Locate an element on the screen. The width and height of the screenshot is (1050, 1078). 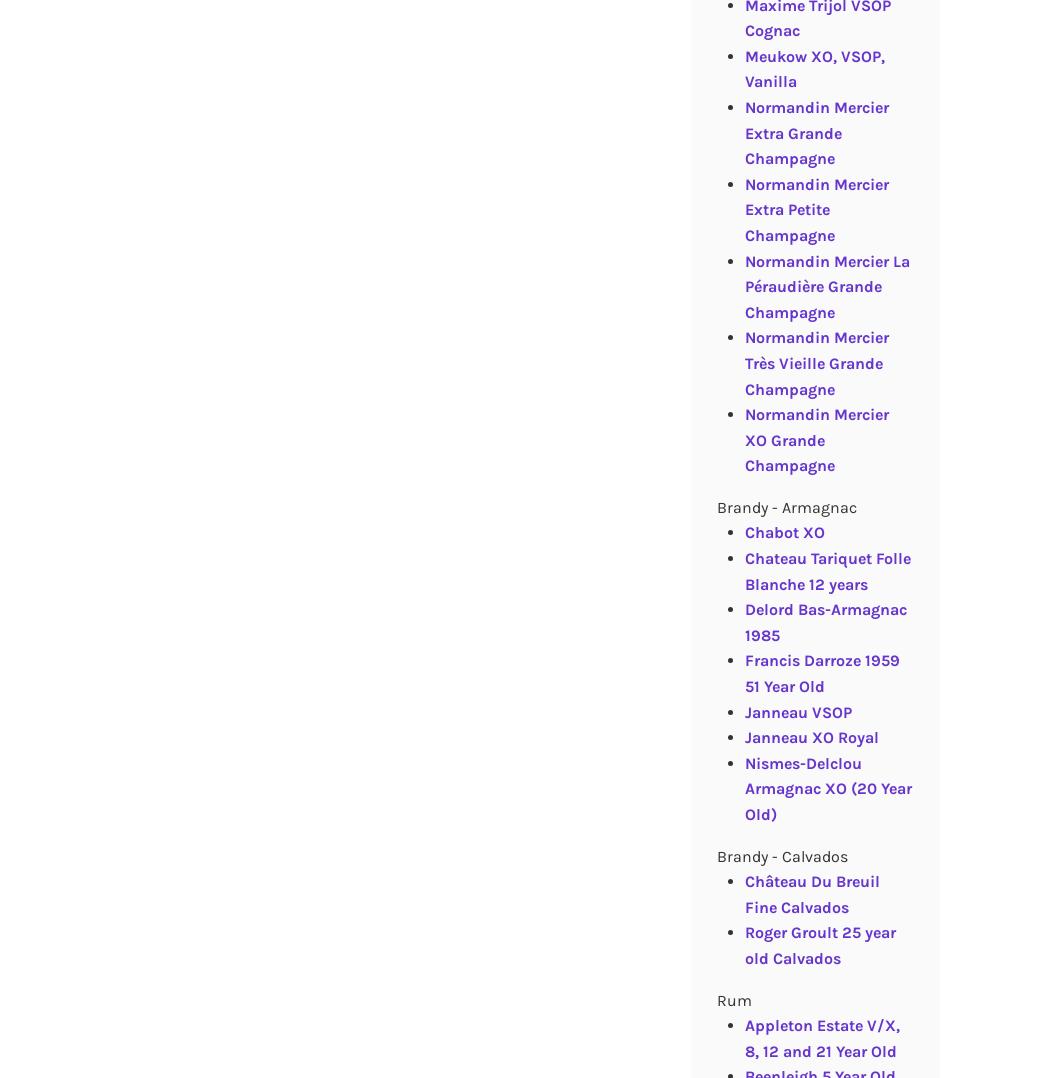
'Chateau Tariquet Folle Blanche 12 years' is located at coordinates (826, 570).